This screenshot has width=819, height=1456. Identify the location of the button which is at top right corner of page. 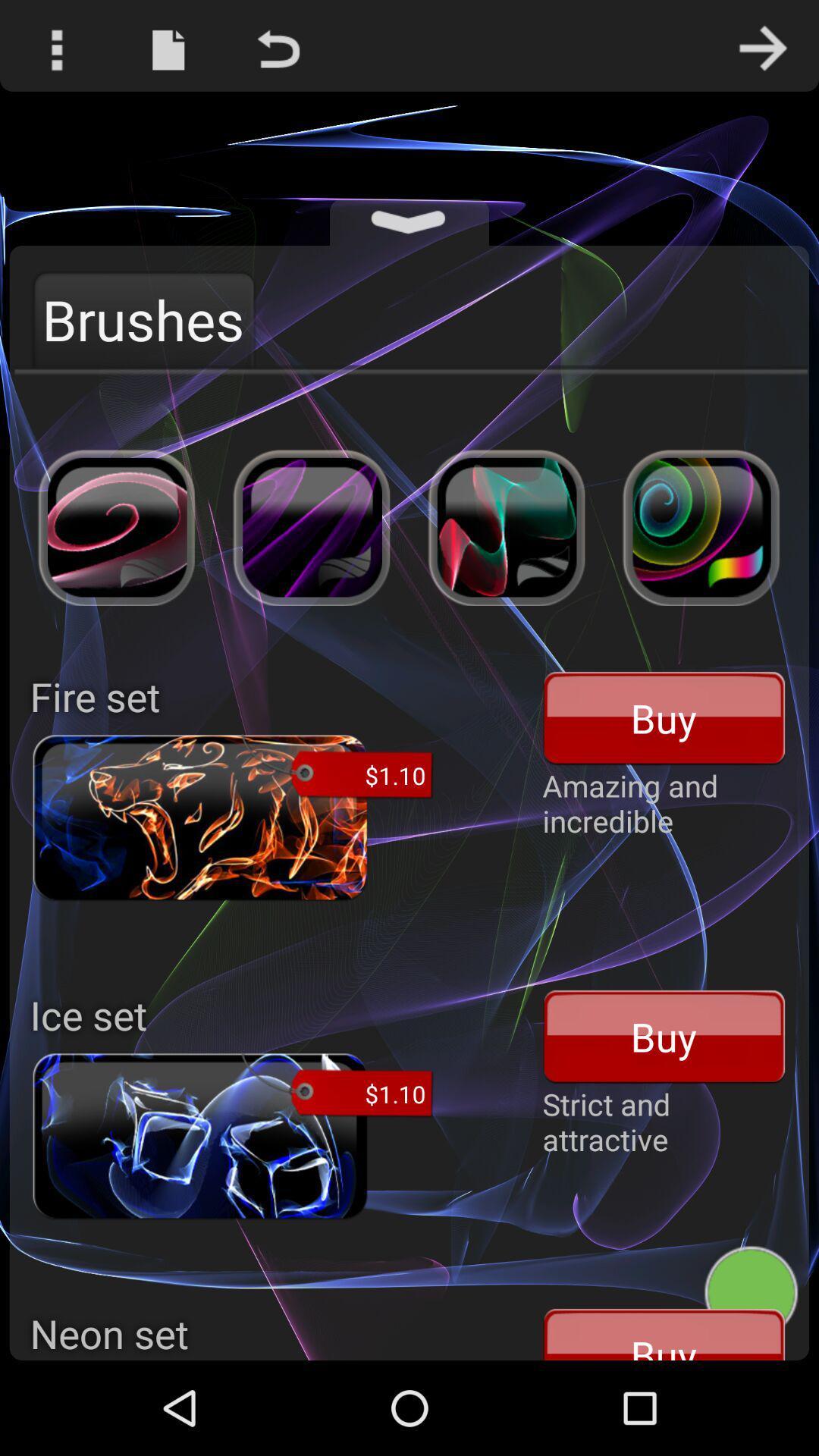
(763, 45).